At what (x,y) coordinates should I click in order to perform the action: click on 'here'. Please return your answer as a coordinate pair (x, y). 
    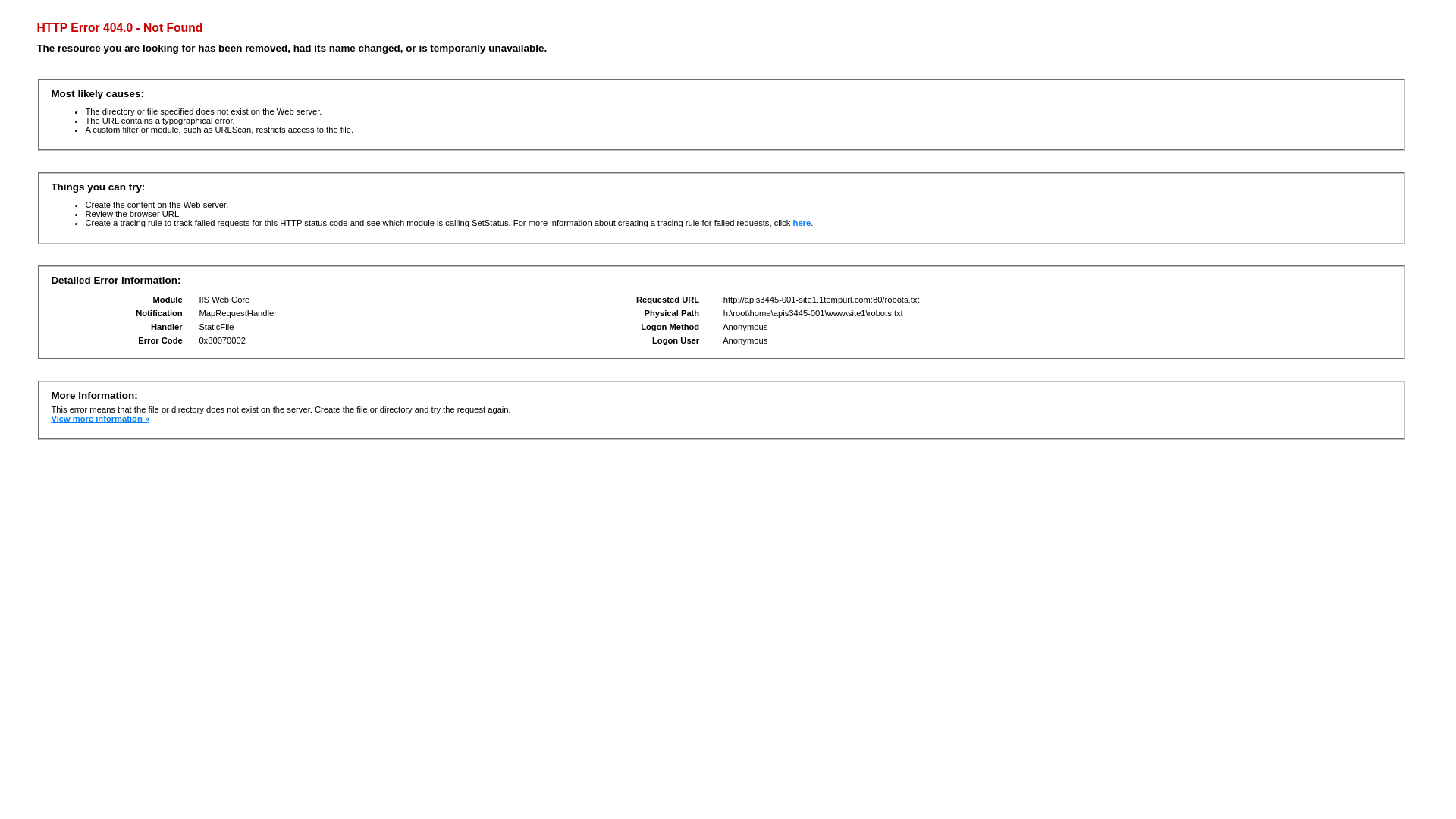
    Looking at the image, I should click on (801, 222).